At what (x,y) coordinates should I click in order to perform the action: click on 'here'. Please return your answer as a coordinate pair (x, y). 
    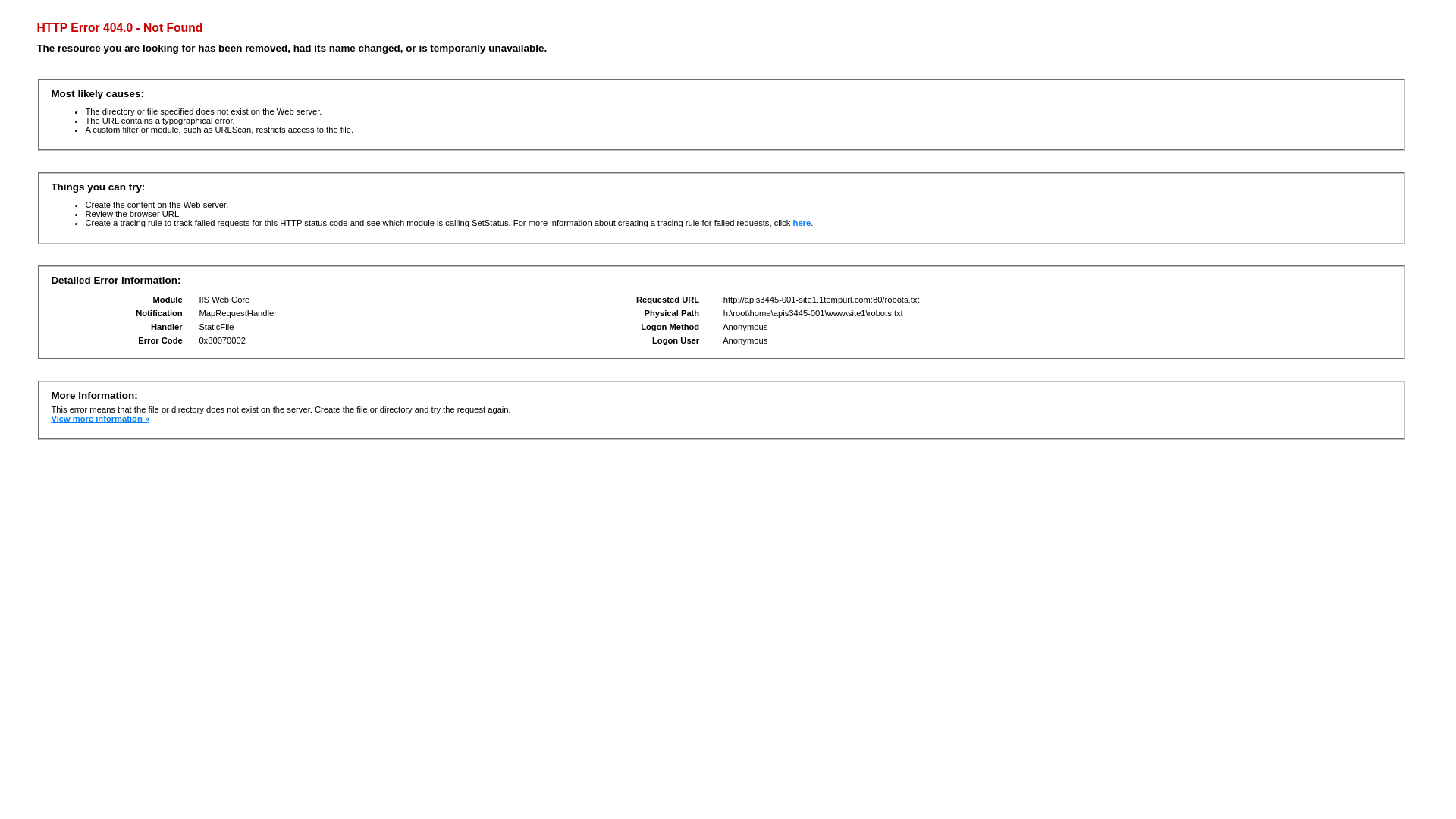
    Looking at the image, I should click on (801, 222).